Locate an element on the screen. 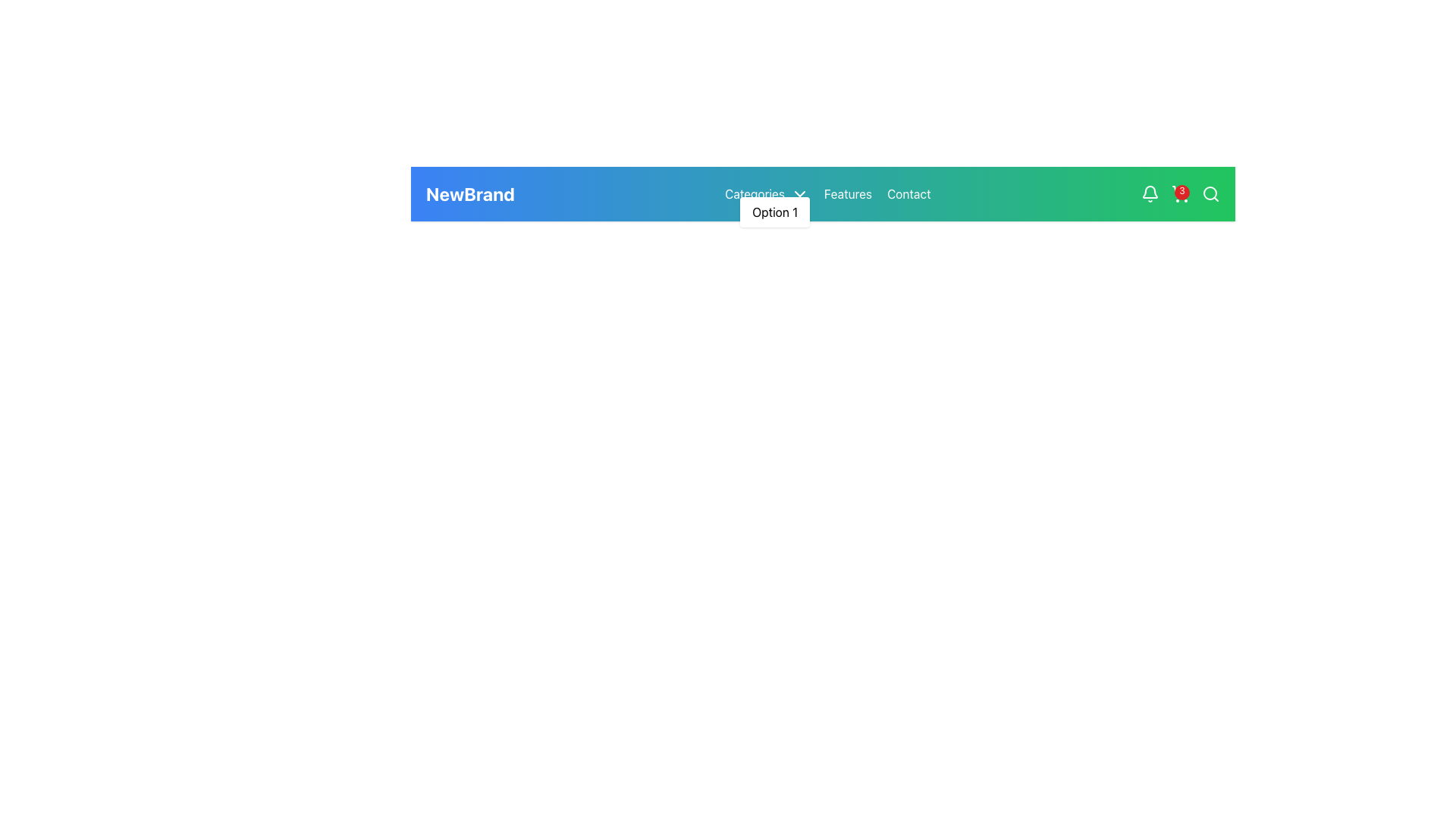 The width and height of the screenshot is (1456, 819). the red rounded badge displaying the number '3' is located at coordinates (1179, 193).